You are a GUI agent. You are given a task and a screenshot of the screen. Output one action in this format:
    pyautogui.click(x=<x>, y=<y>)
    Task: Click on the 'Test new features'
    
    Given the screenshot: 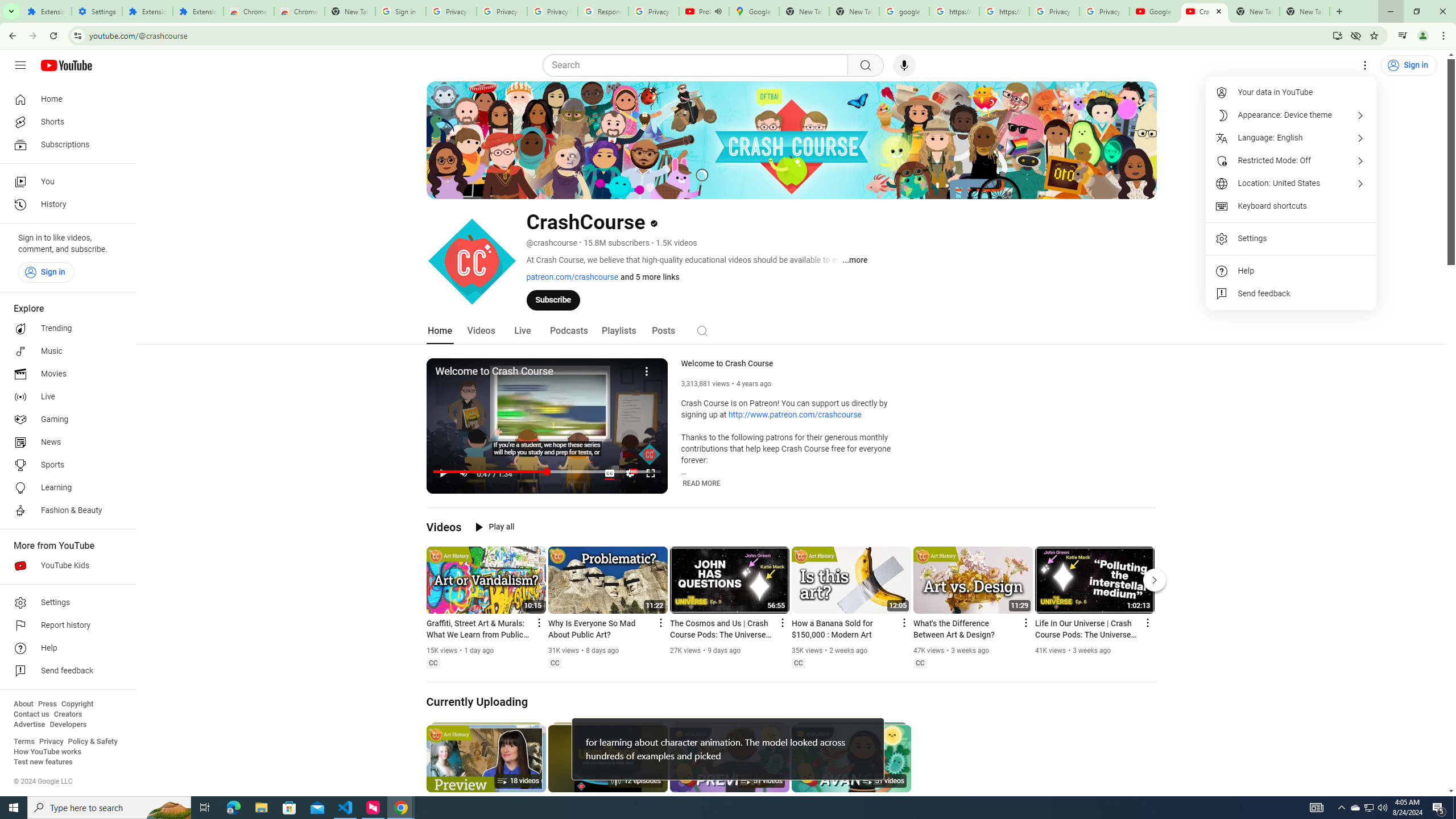 What is the action you would take?
    pyautogui.click(x=42, y=761)
    